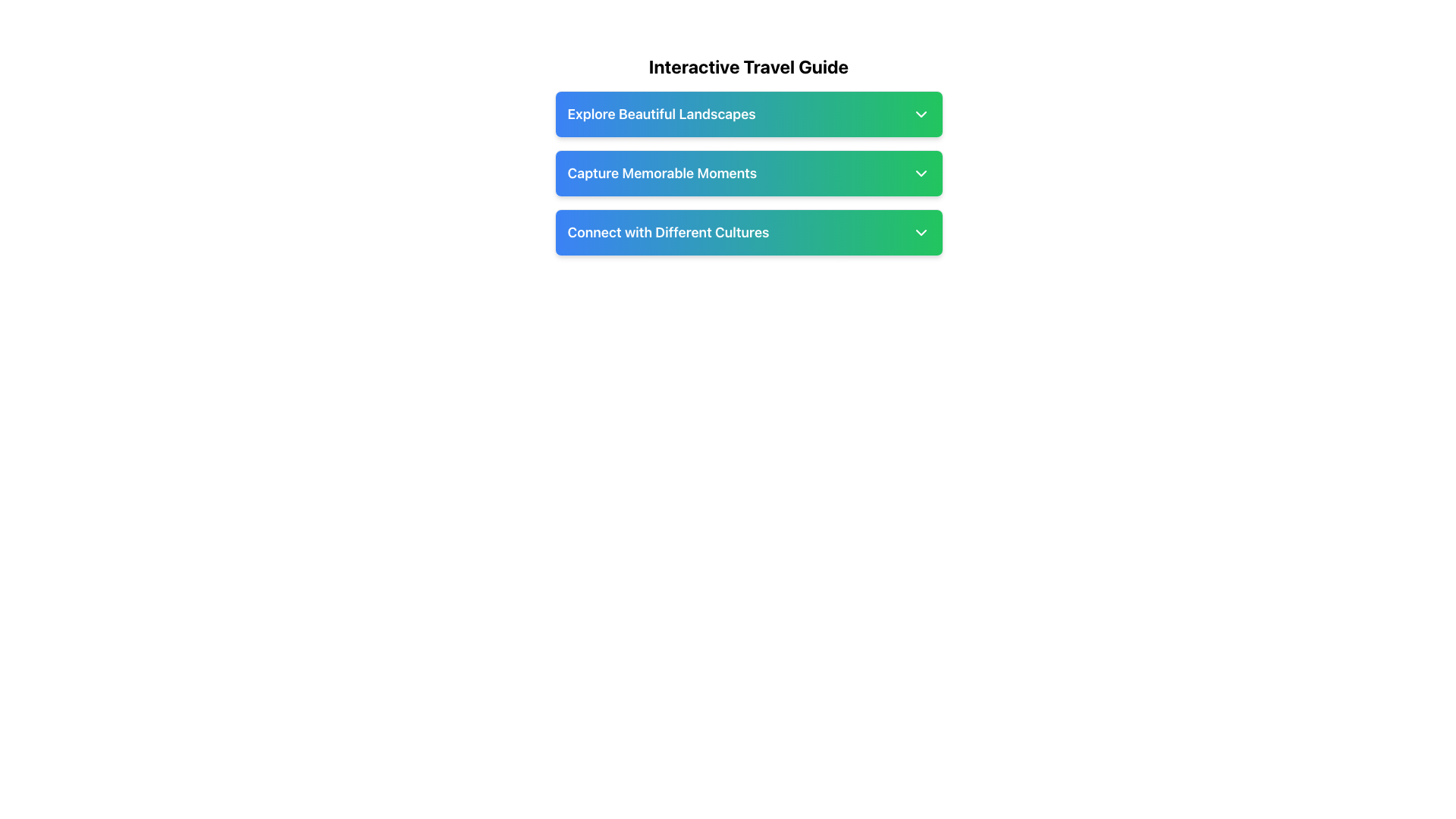 The image size is (1456, 819). I want to click on the Text Label element displaying 'Capture Memorable Moments', which is centered in the second row of a vertical stack and positioned between an icon on the right and padding on the left, so click(662, 172).